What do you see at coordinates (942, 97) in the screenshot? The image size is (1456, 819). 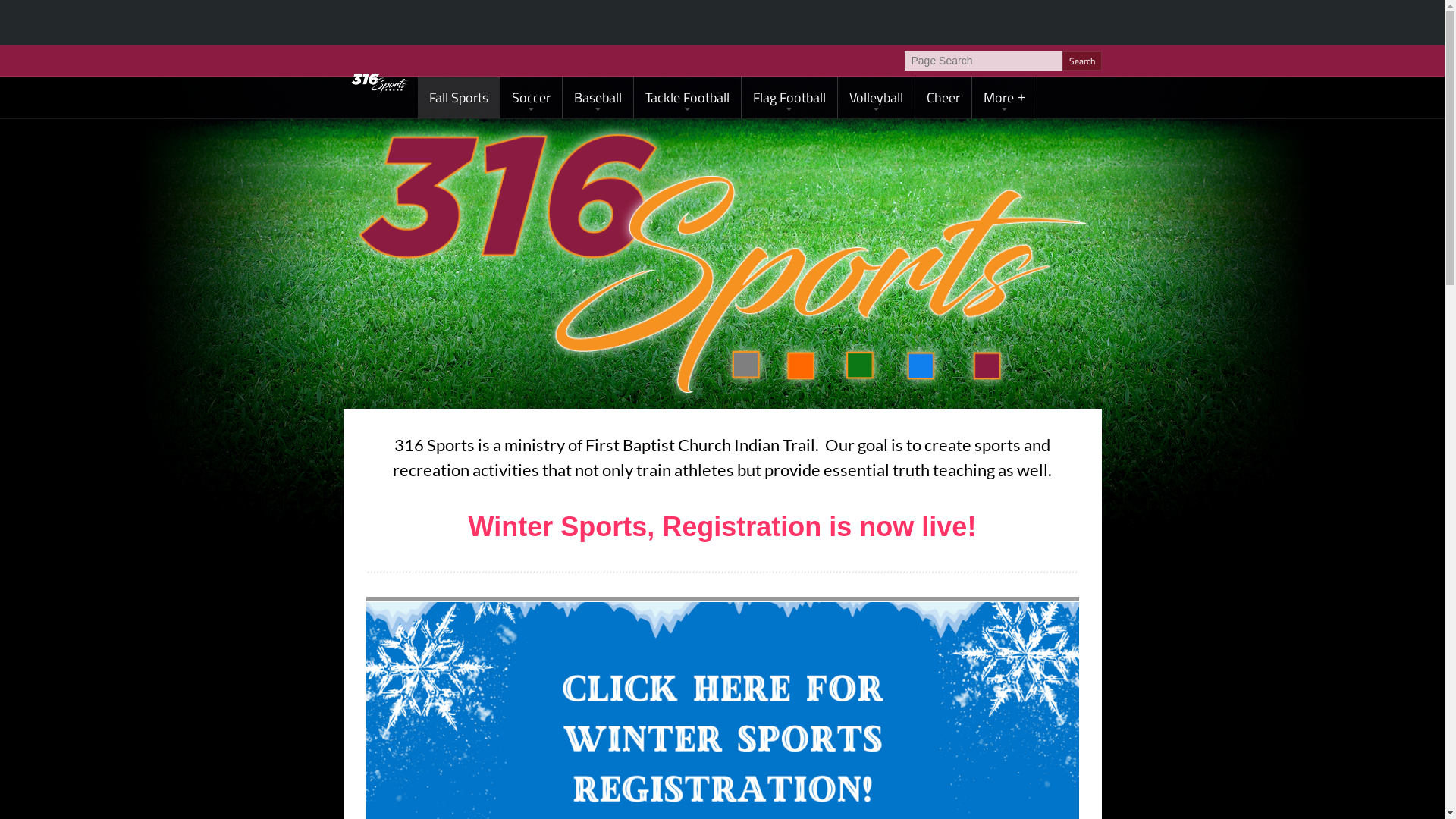 I see `'Cheer'` at bounding box center [942, 97].